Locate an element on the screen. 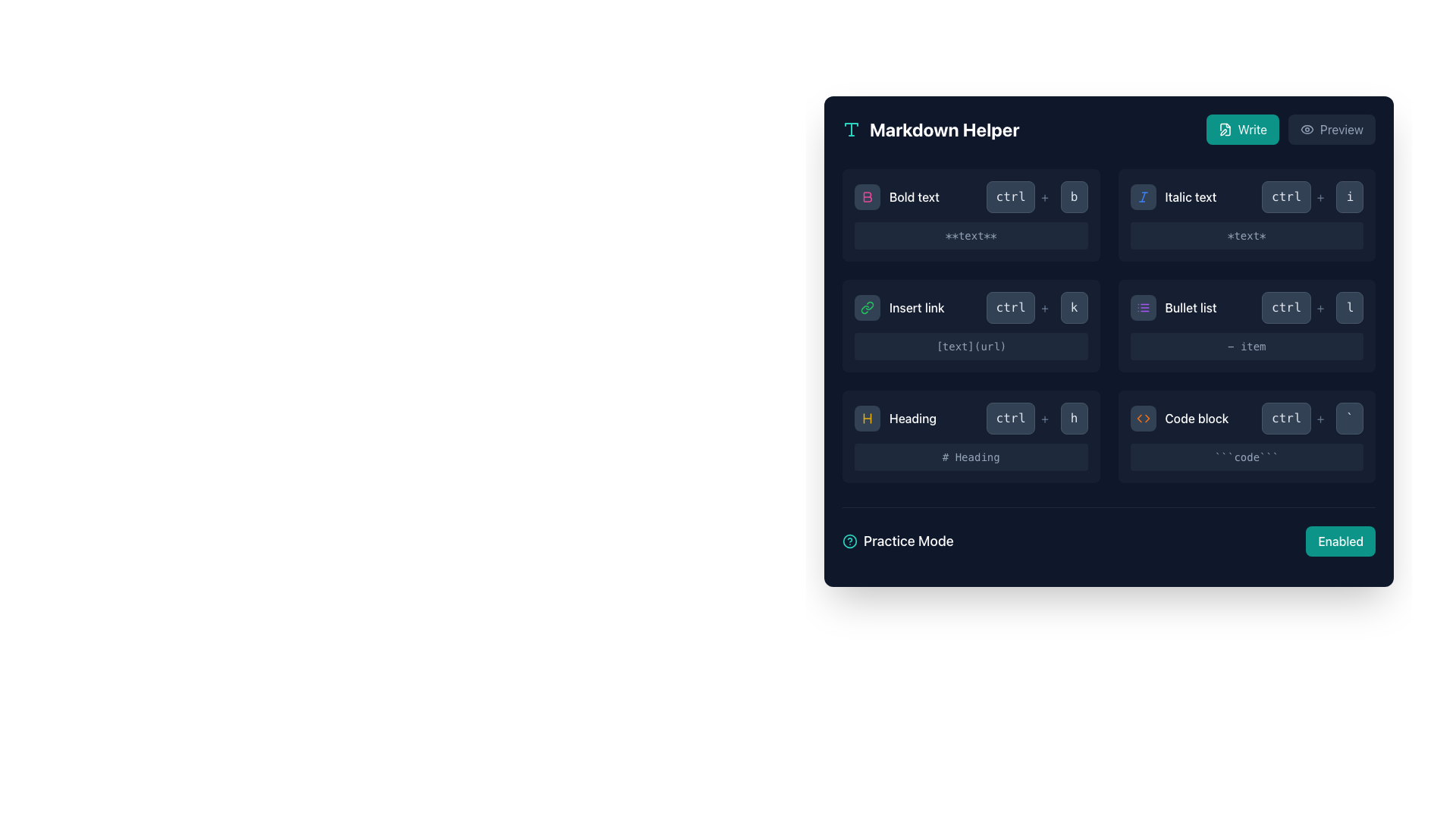 The width and height of the screenshot is (1456, 819). the 'Ctrl' key label in the keyboard shortcut indicator located in the lower-right section of the Markdown Helper interface is located at coordinates (1010, 418).